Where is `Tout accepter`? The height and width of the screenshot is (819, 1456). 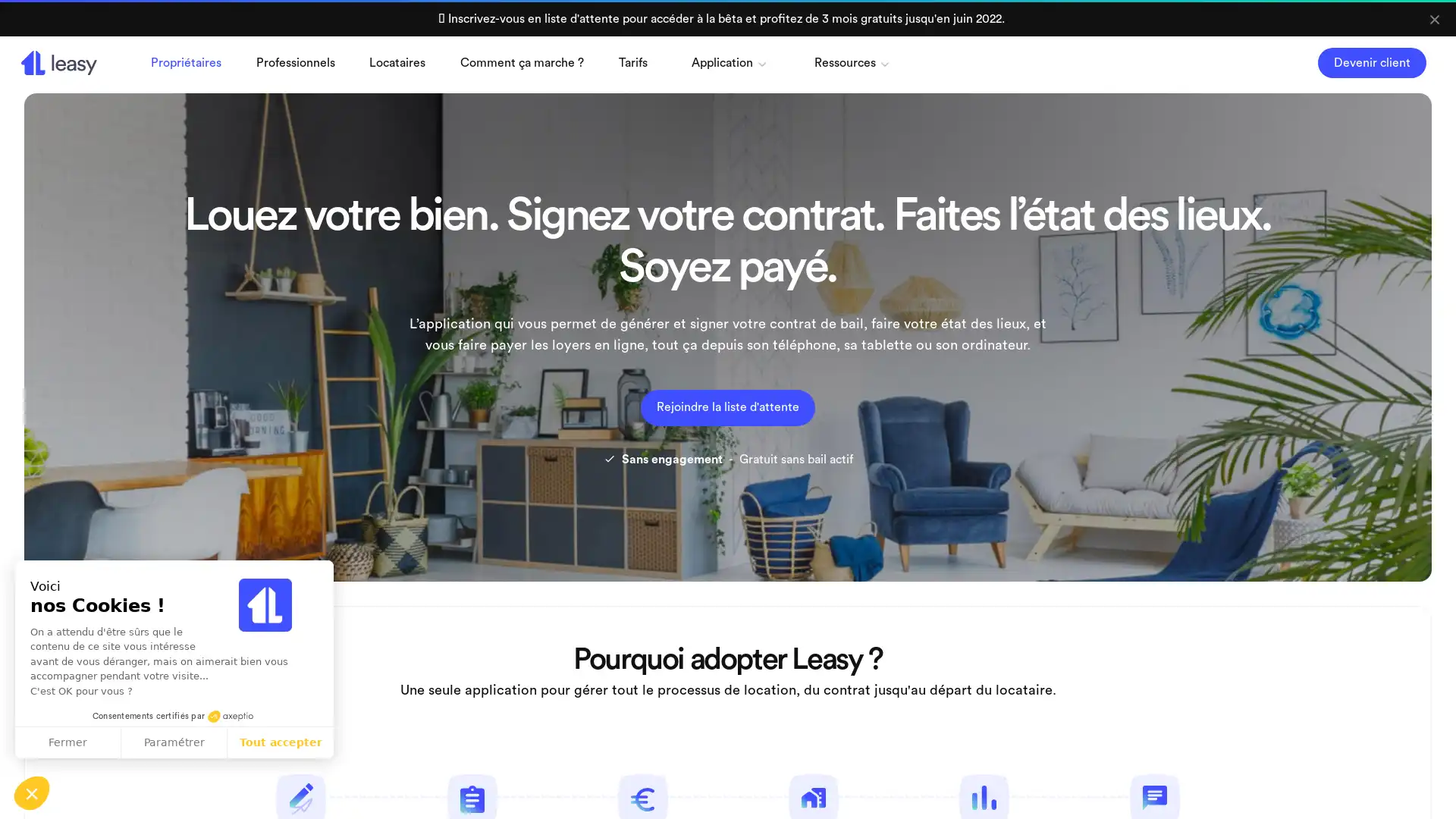 Tout accepter is located at coordinates (280, 742).